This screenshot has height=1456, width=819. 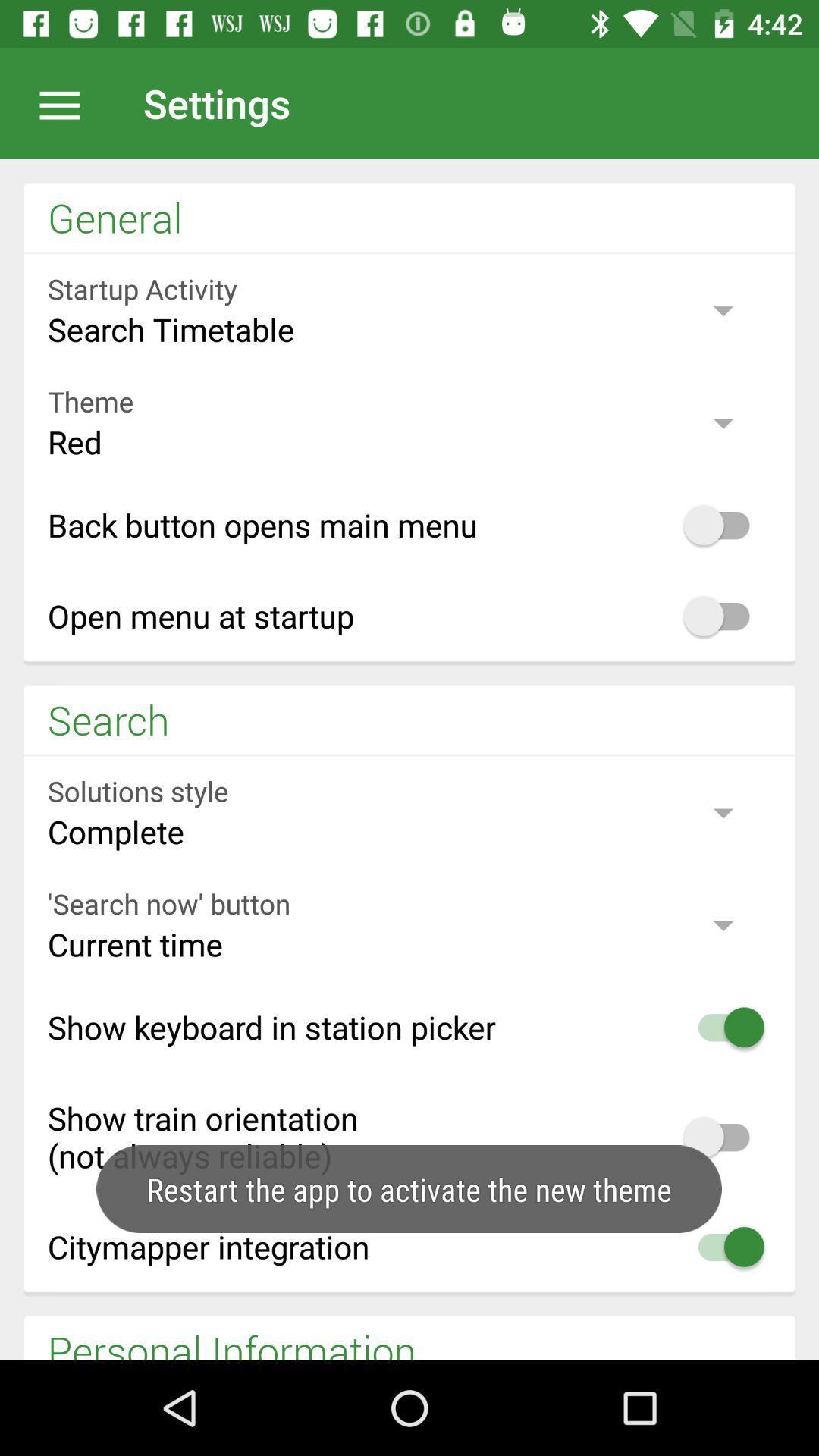 I want to click on the first drop down from general, so click(x=409, y=309).